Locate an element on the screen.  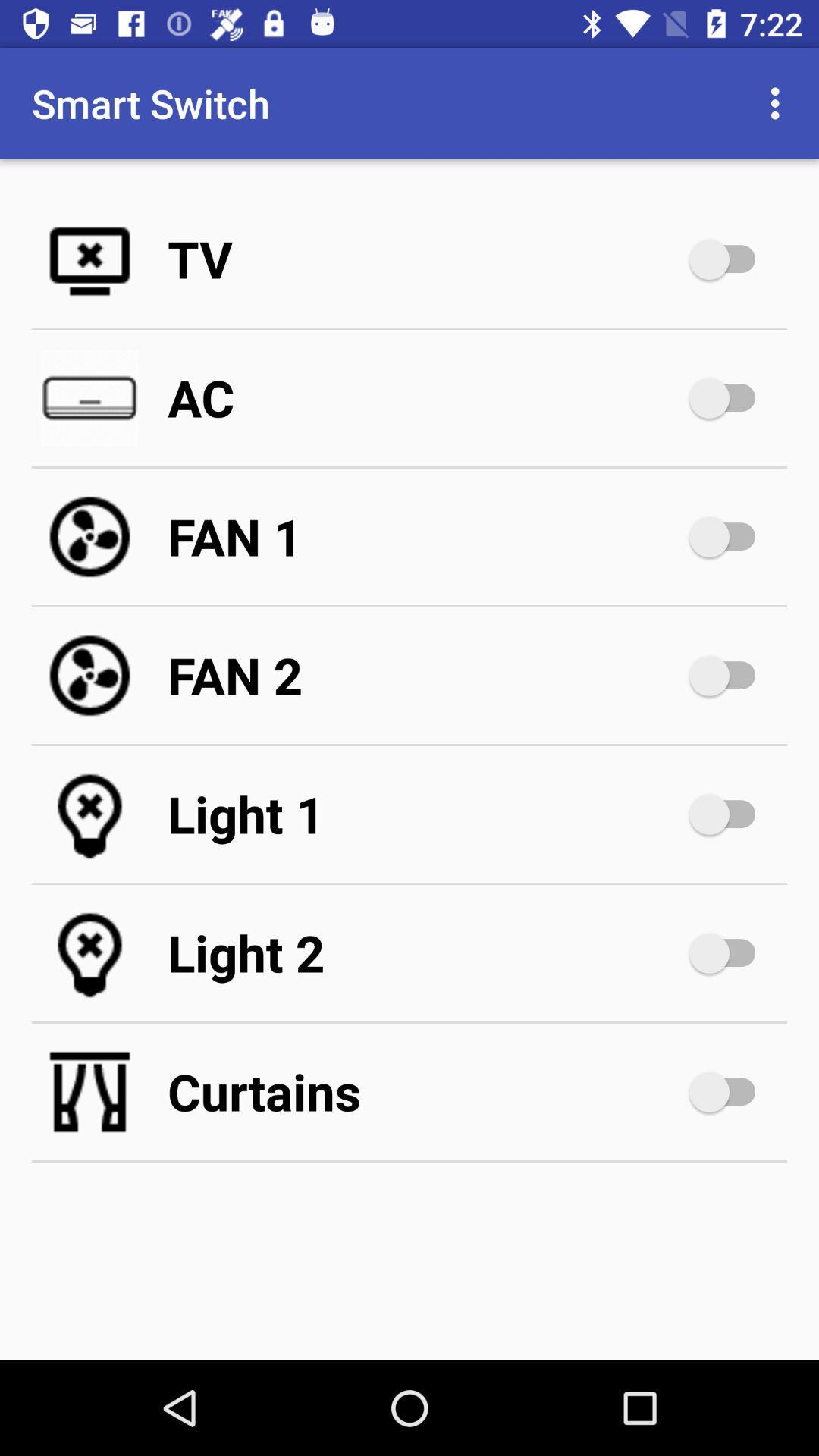
light 2 is located at coordinates (729, 952).